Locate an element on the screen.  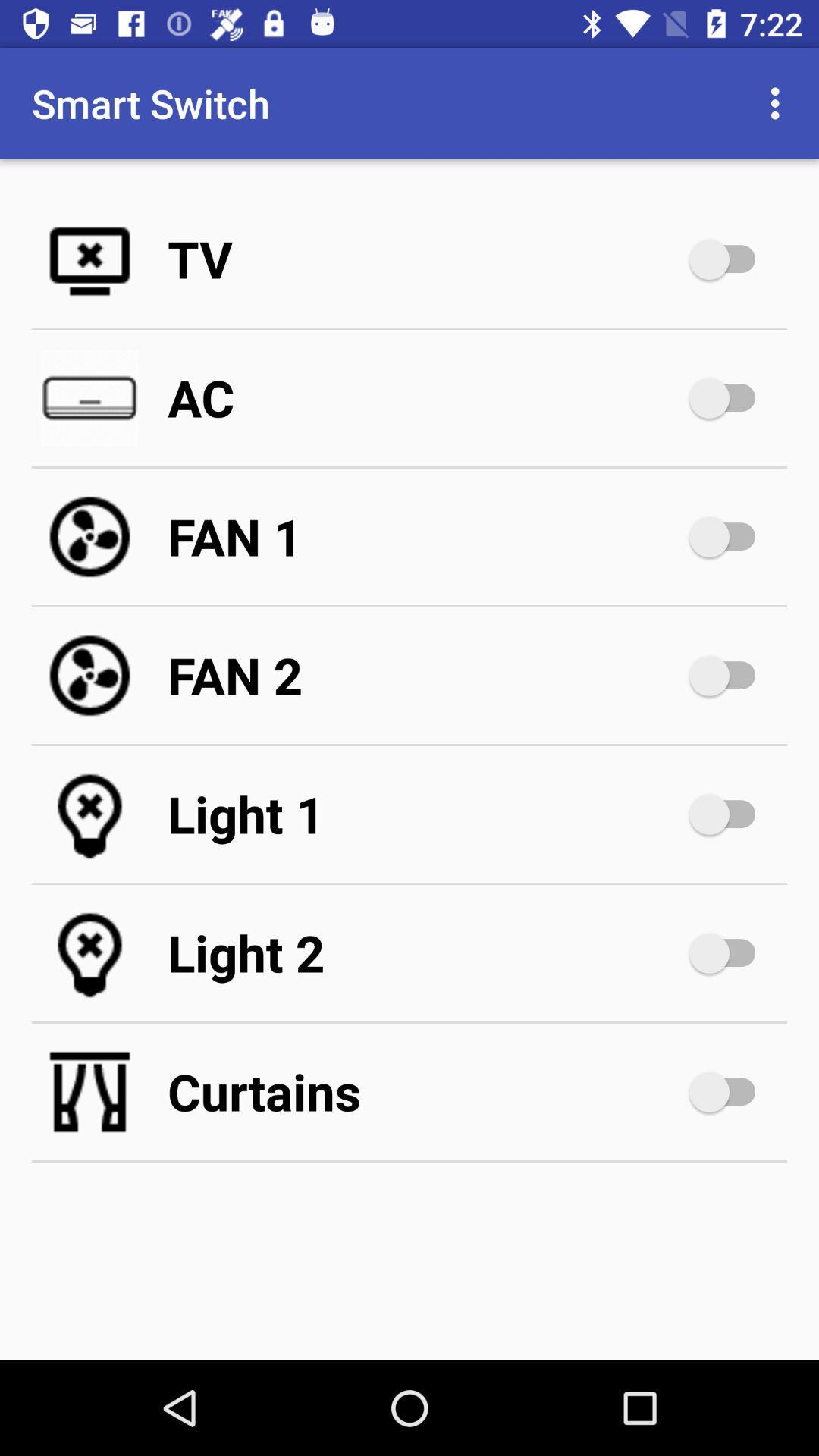
light 2 is located at coordinates (729, 952).